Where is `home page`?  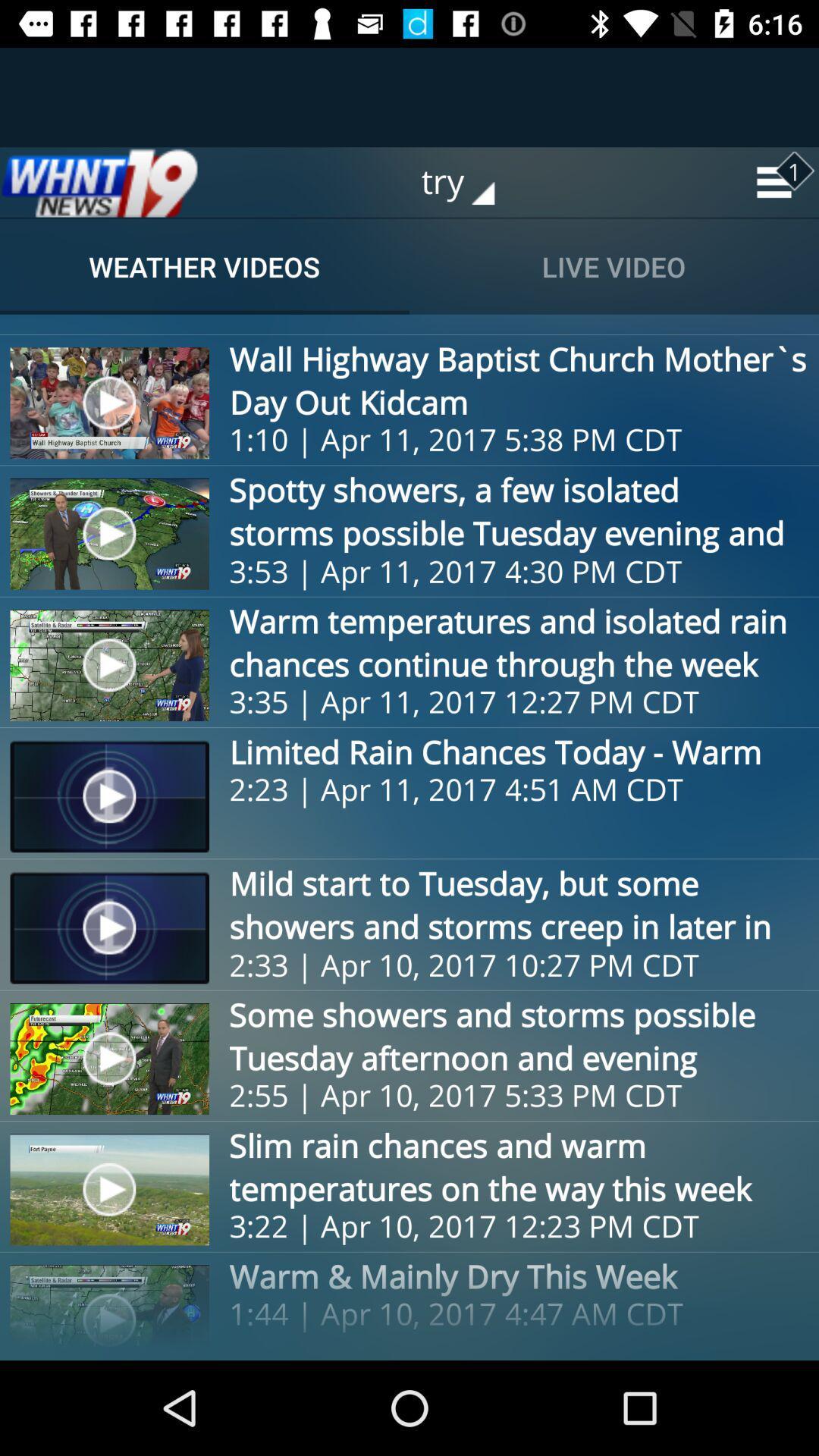 home page is located at coordinates (99, 182).